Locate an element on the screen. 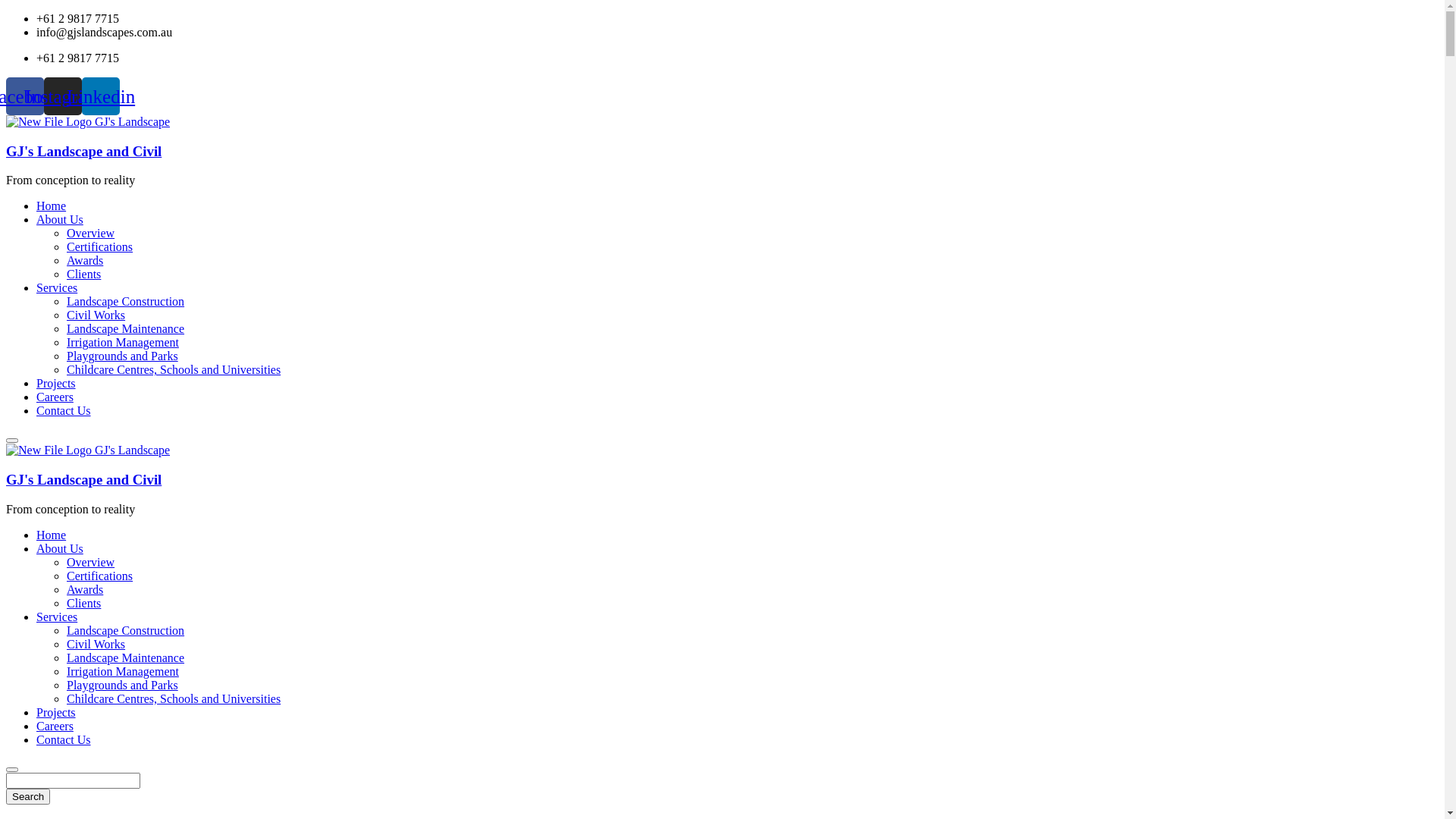 The height and width of the screenshot is (819, 1456). 'Playgrounds and Parks' is located at coordinates (65, 356).